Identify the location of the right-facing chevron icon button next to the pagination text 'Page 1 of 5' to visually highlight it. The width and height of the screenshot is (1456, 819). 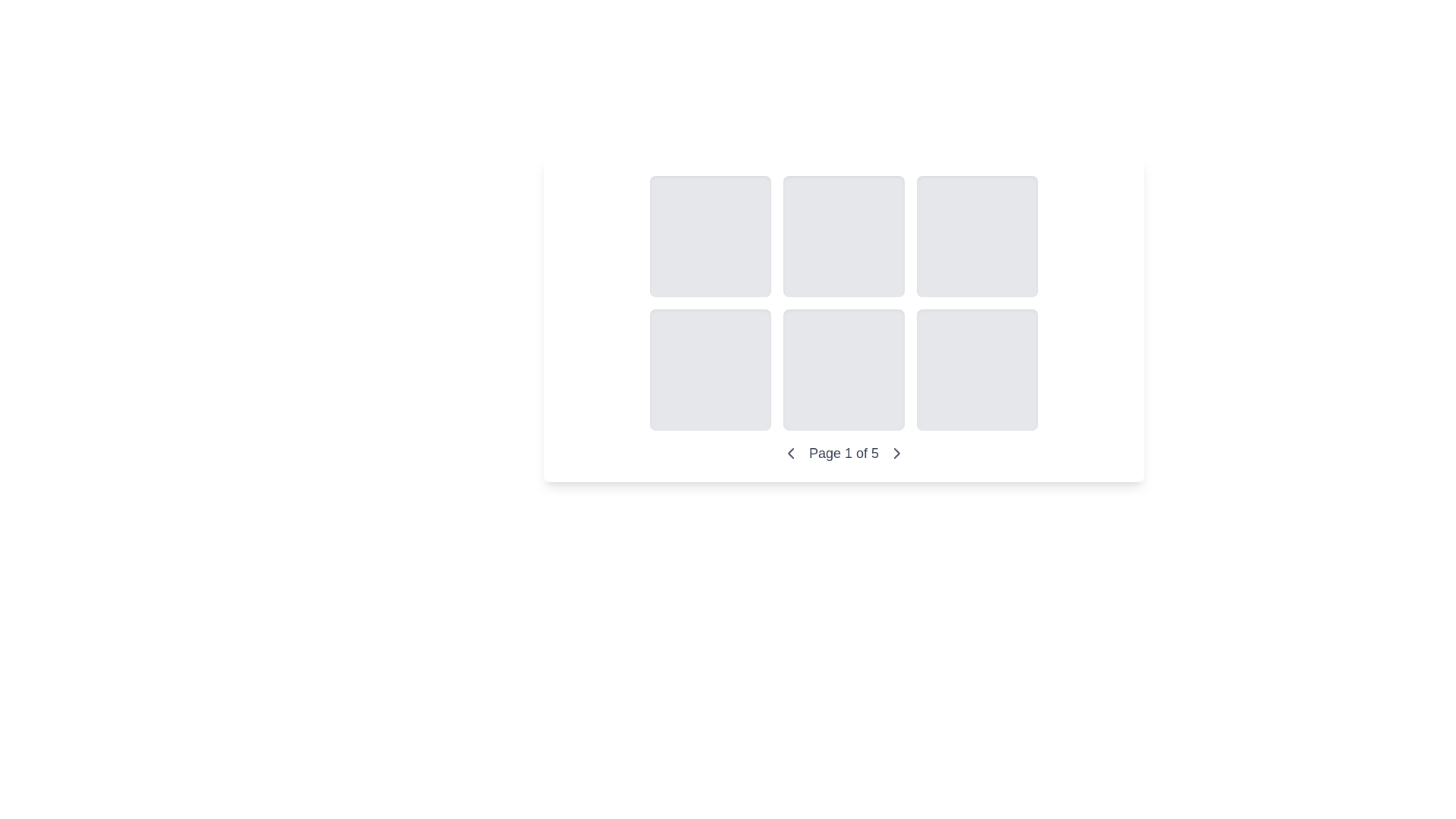
(897, 452).